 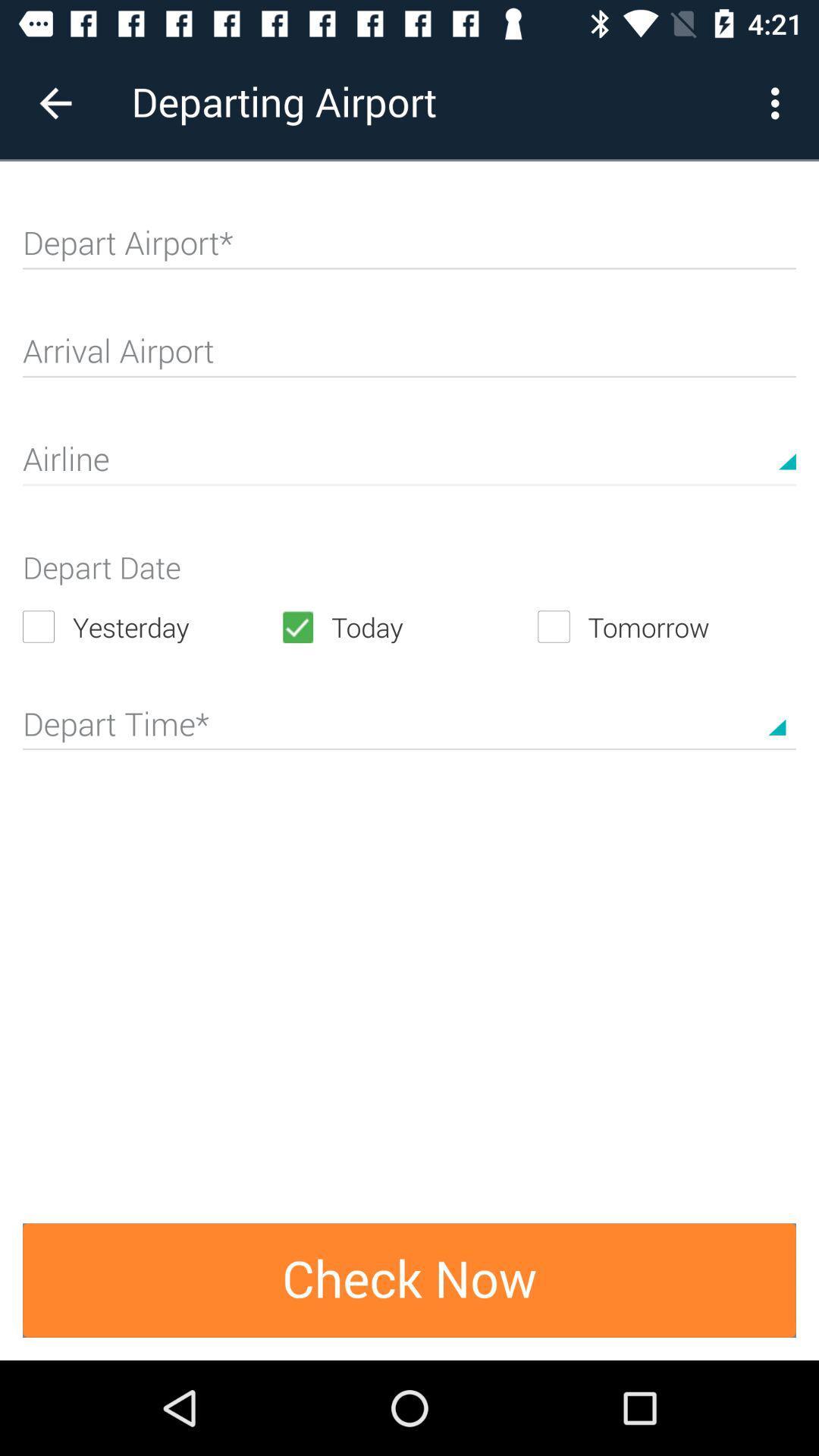 I want to click on the icon to the right of the today icon, so click(x=666, y=626).